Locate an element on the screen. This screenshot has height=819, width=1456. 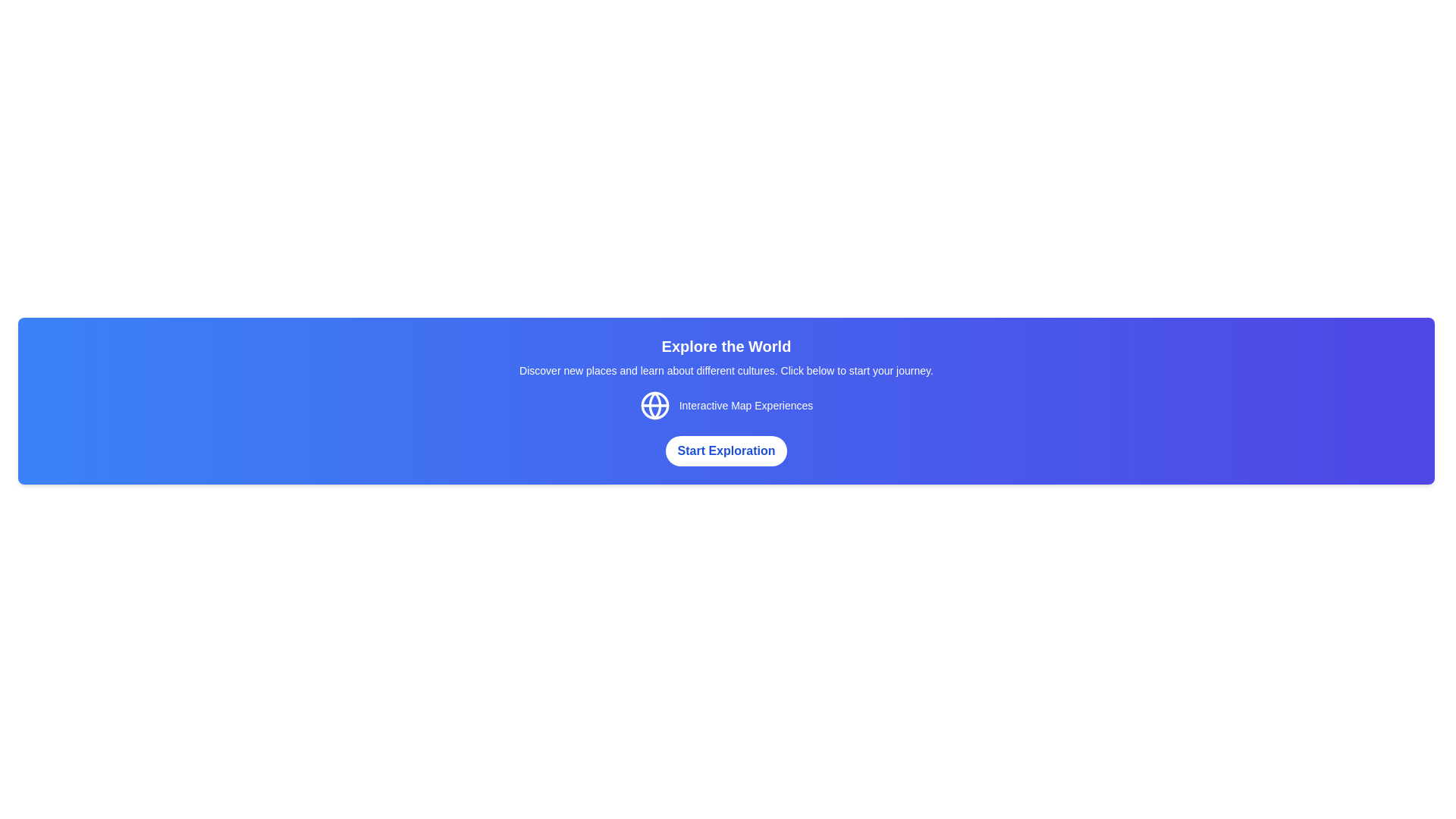
the Icon that represents global or map-related features, located to the left of the 'Interactive Map Experiences' text in the blue section of the page is located at coordinates (654, 405).